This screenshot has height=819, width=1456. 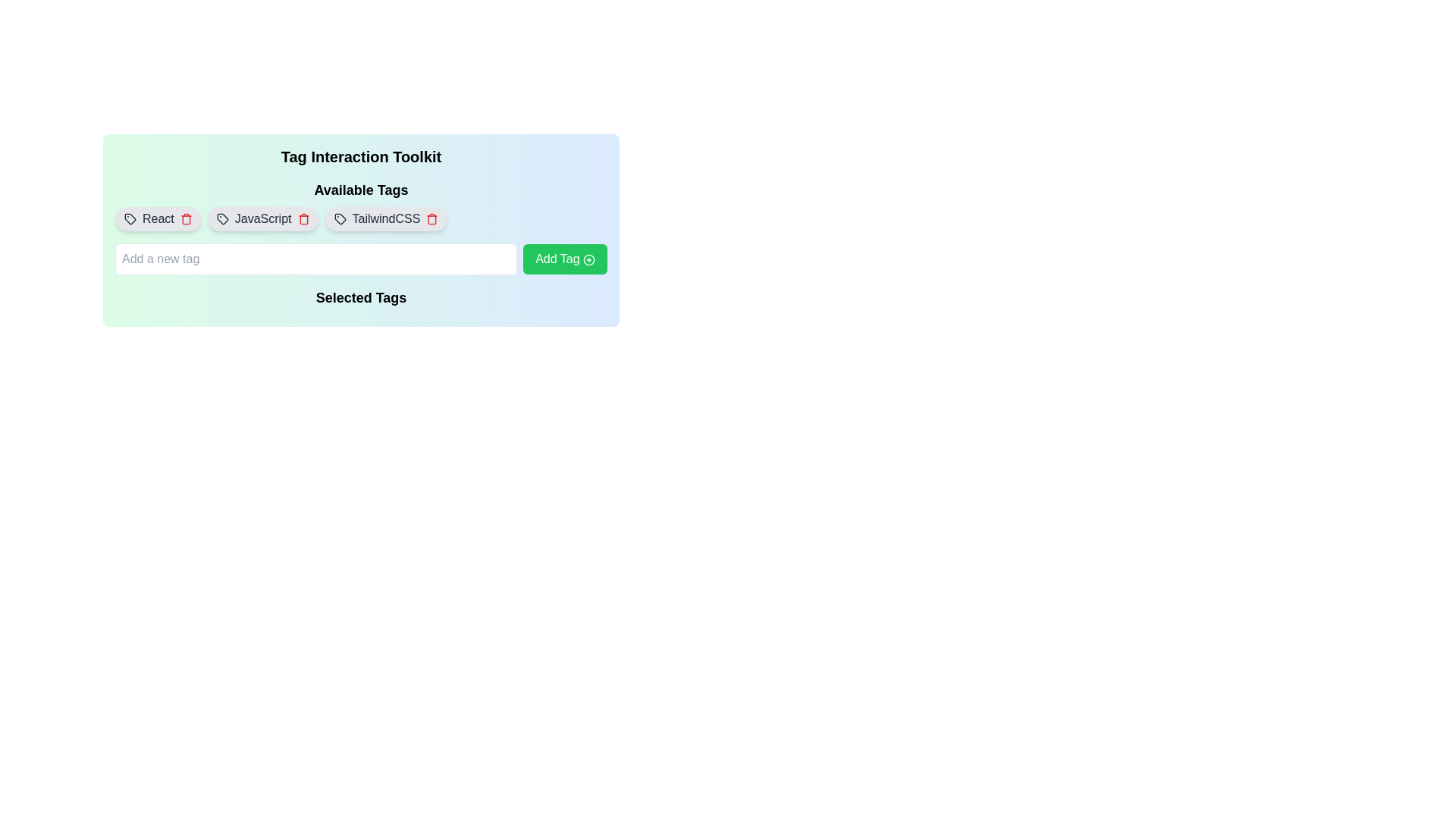 I want to click on the leftmost icon associated with the 'React' tag in the 'Available Tags' section, so click(x=130, y=219).